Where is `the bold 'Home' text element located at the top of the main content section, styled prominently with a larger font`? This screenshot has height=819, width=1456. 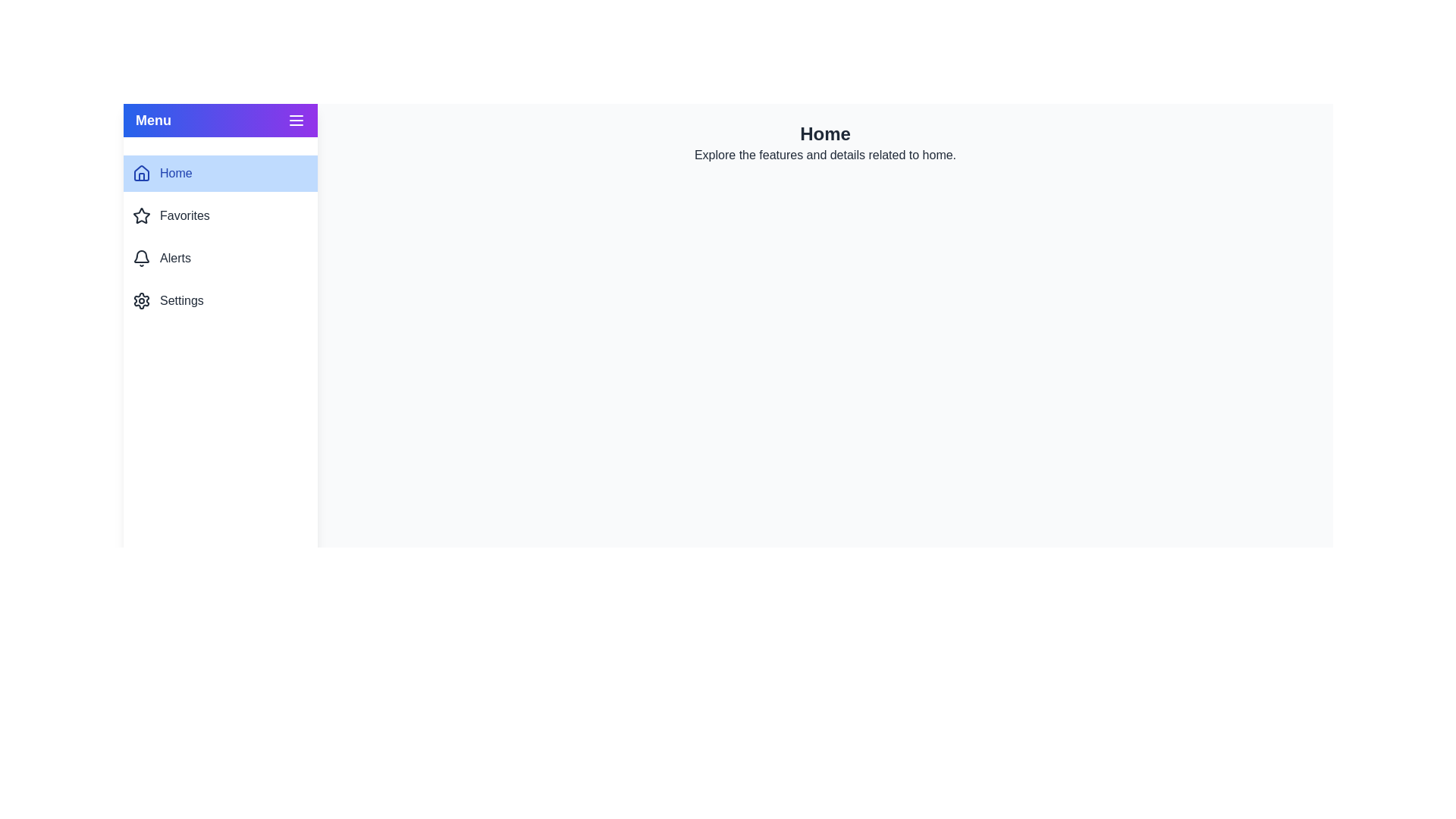 the bold 'Home' text element located at the top of the main content section, styled prominently with a larger font is located at coordinates (824, 133).